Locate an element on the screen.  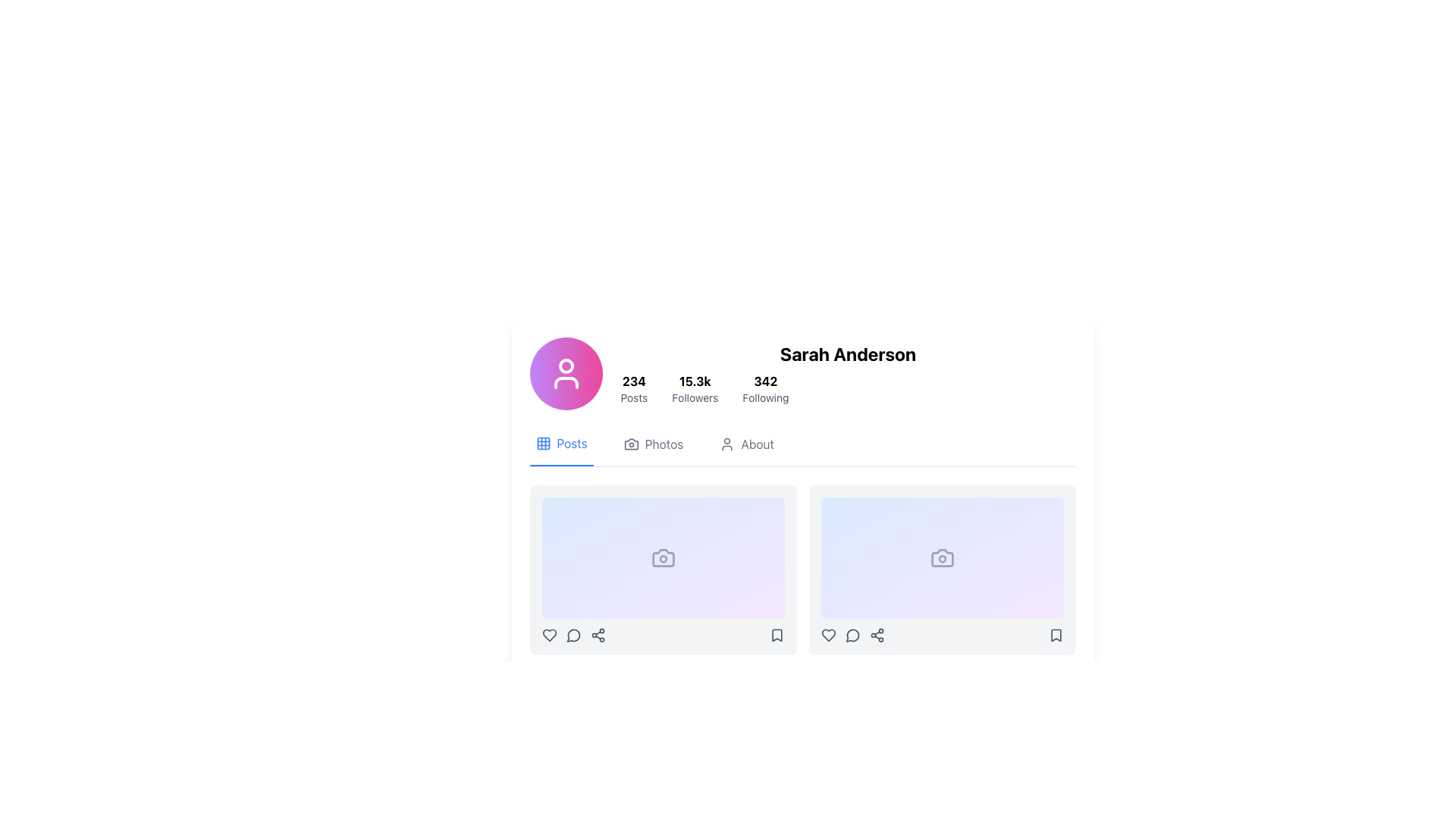
the Icon button located at the bottom center of the left post card to change its color is located at coordinates (597, 635).